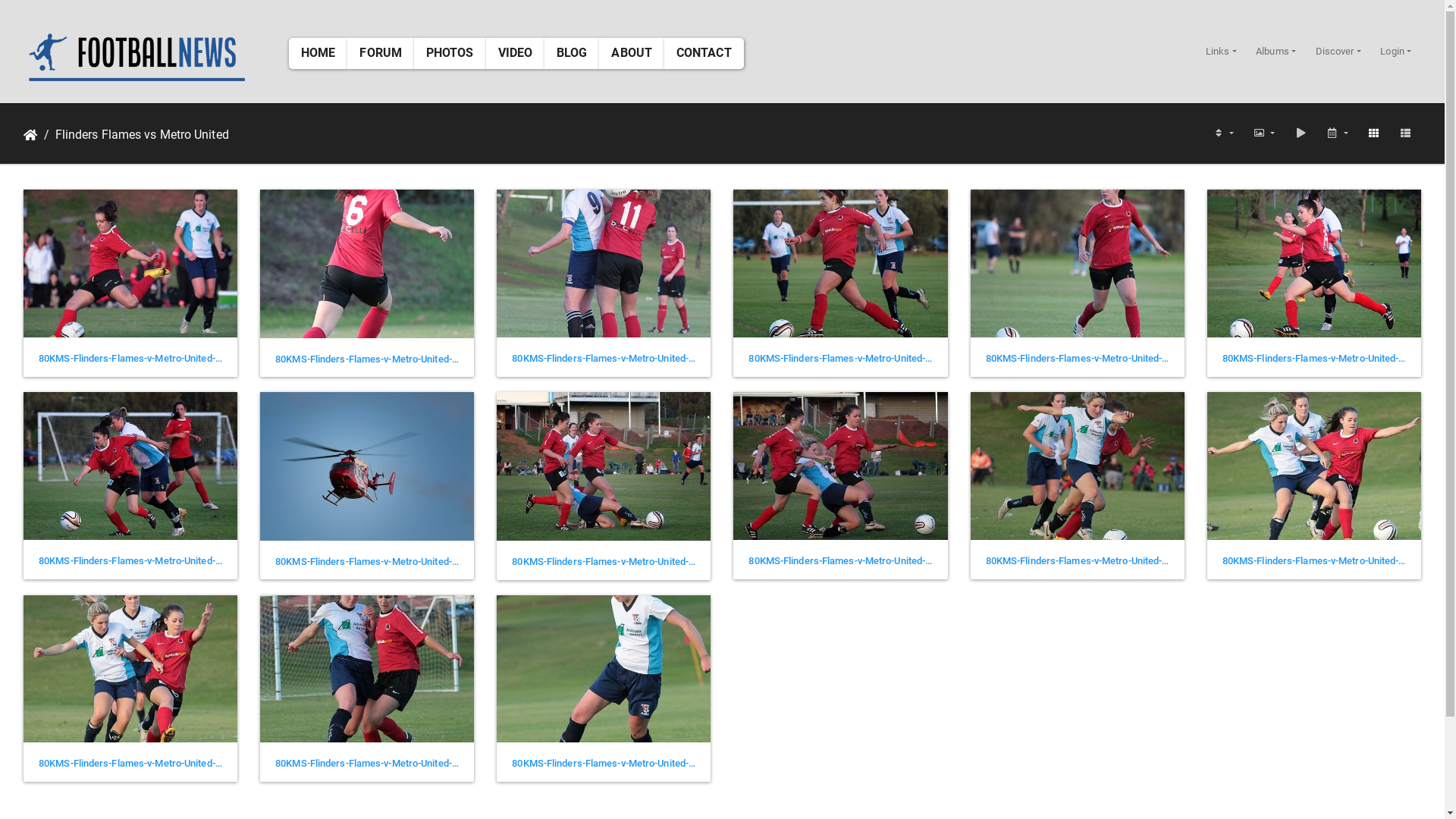  What do you see at coordinates (1220, 51) in the screenshot?
I see `'Links'` at bounding box center [1220, 51].